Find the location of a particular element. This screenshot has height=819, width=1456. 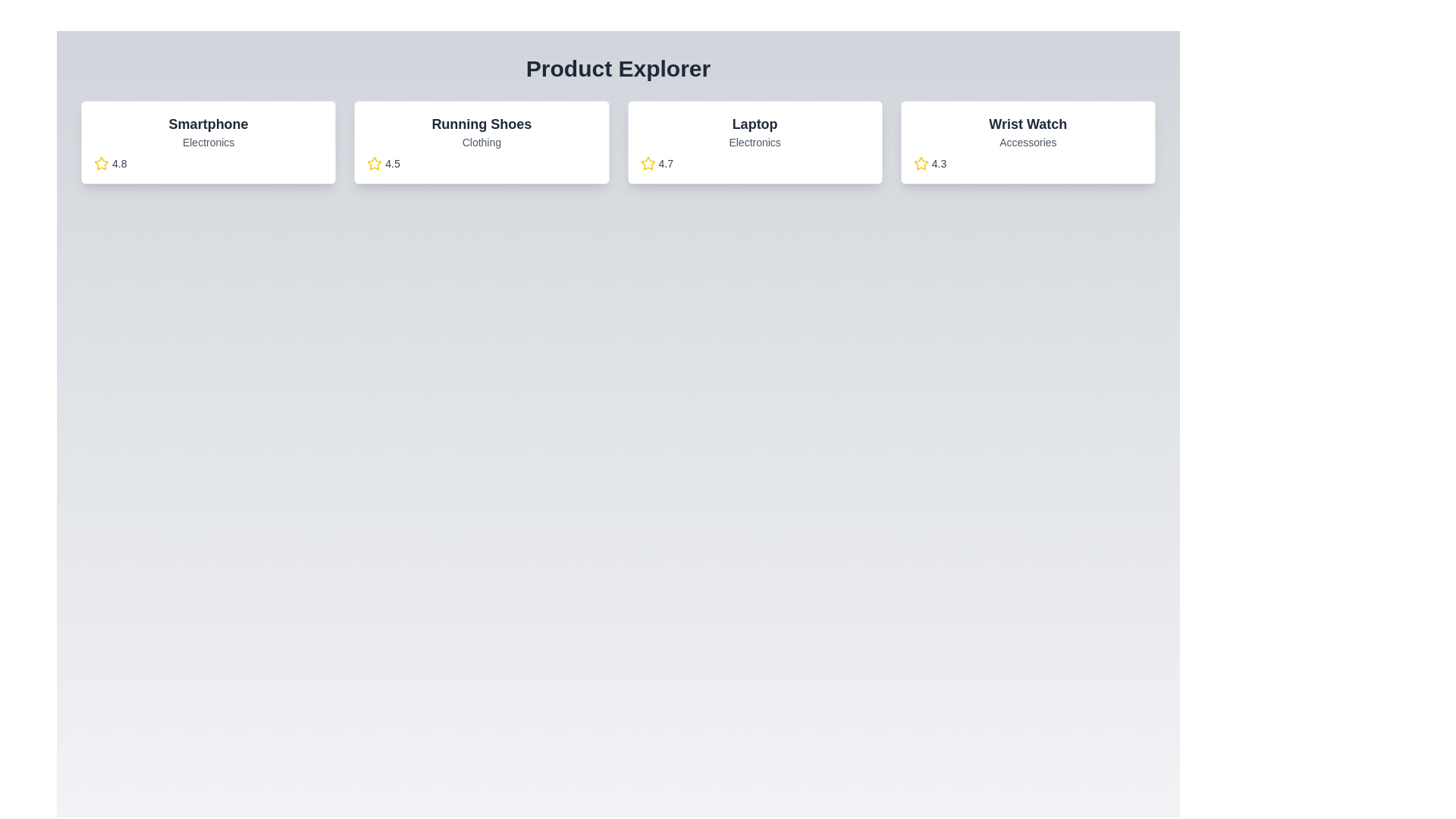

the yellow star icon indicating a rating functionality is located at coordinates (375, 163).